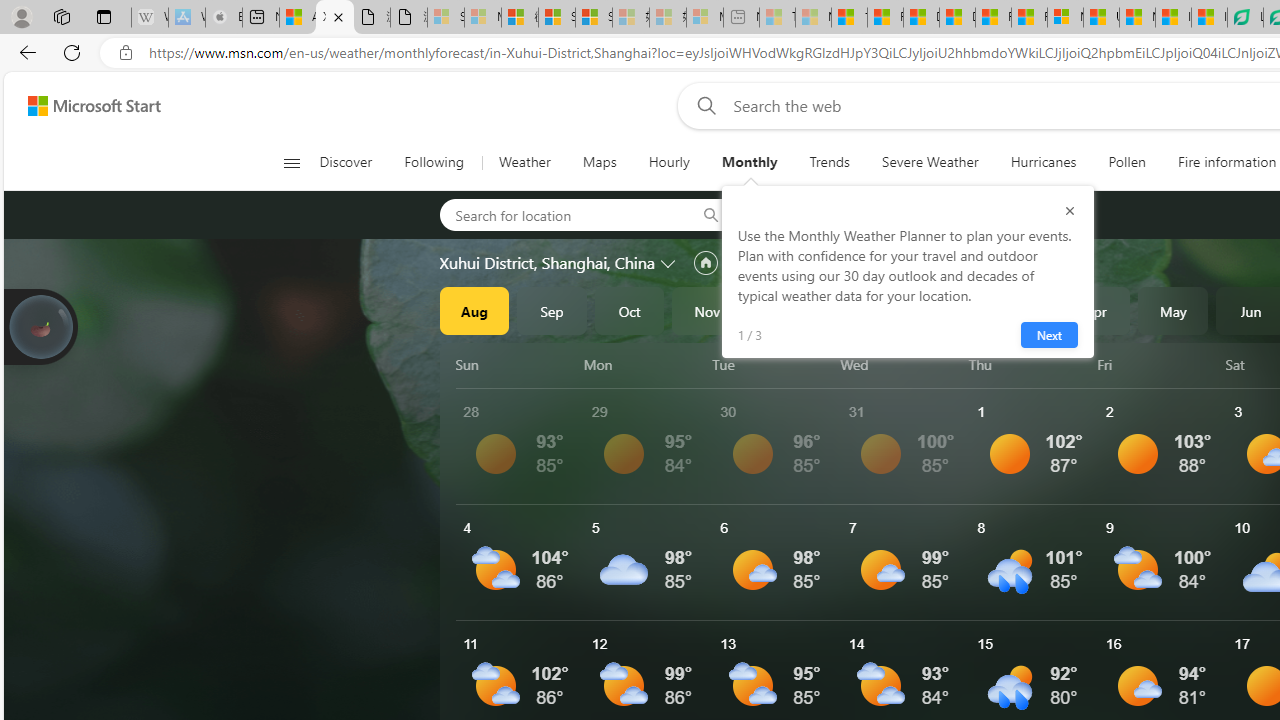  I want to click on 'Change location', so click(670, 261).